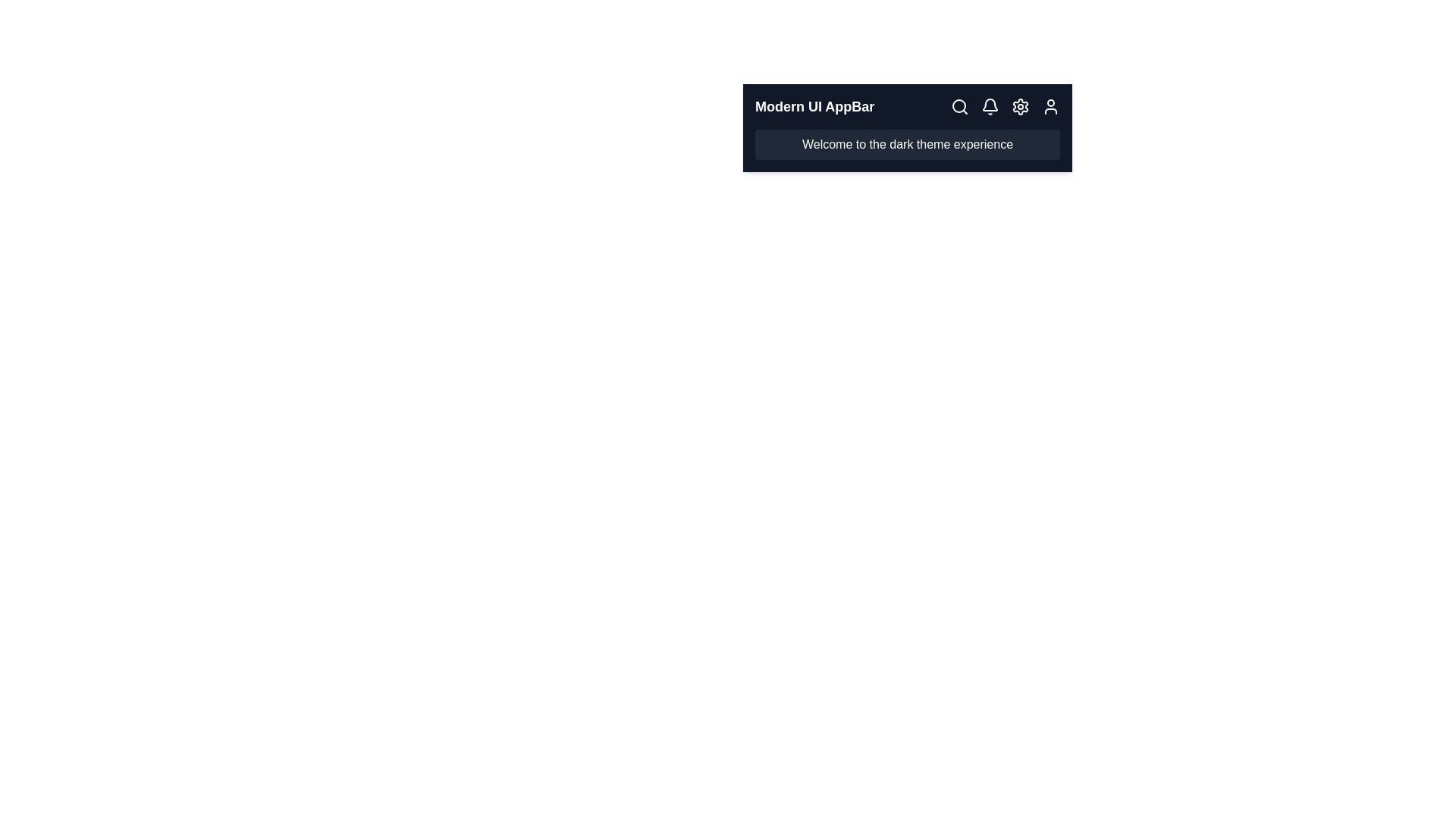 This screenshot has width=1456, height=819. I want to click on the 'Settings' icon in the app bar, so click(1020, 106).